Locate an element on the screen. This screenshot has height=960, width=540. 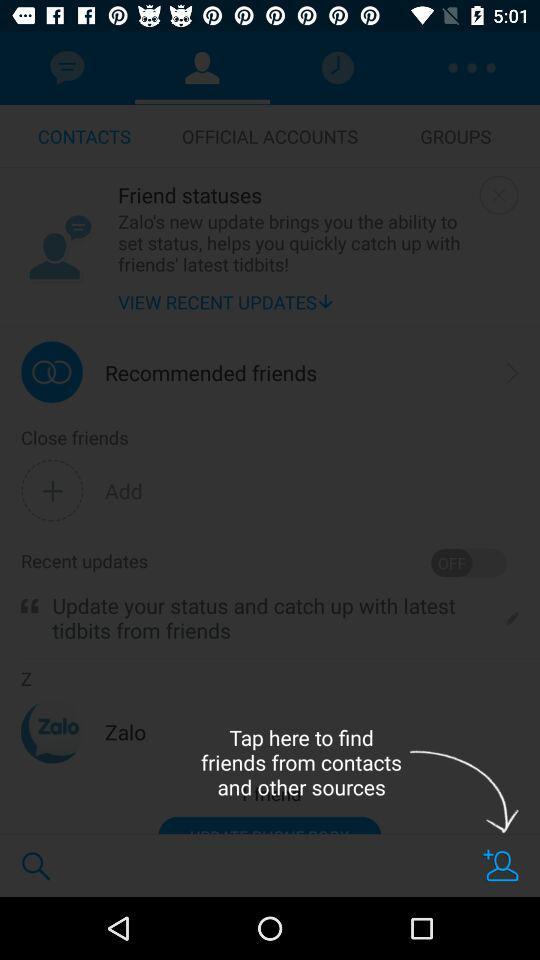
item to the right of contacts item is located at coordinates (270, 135).